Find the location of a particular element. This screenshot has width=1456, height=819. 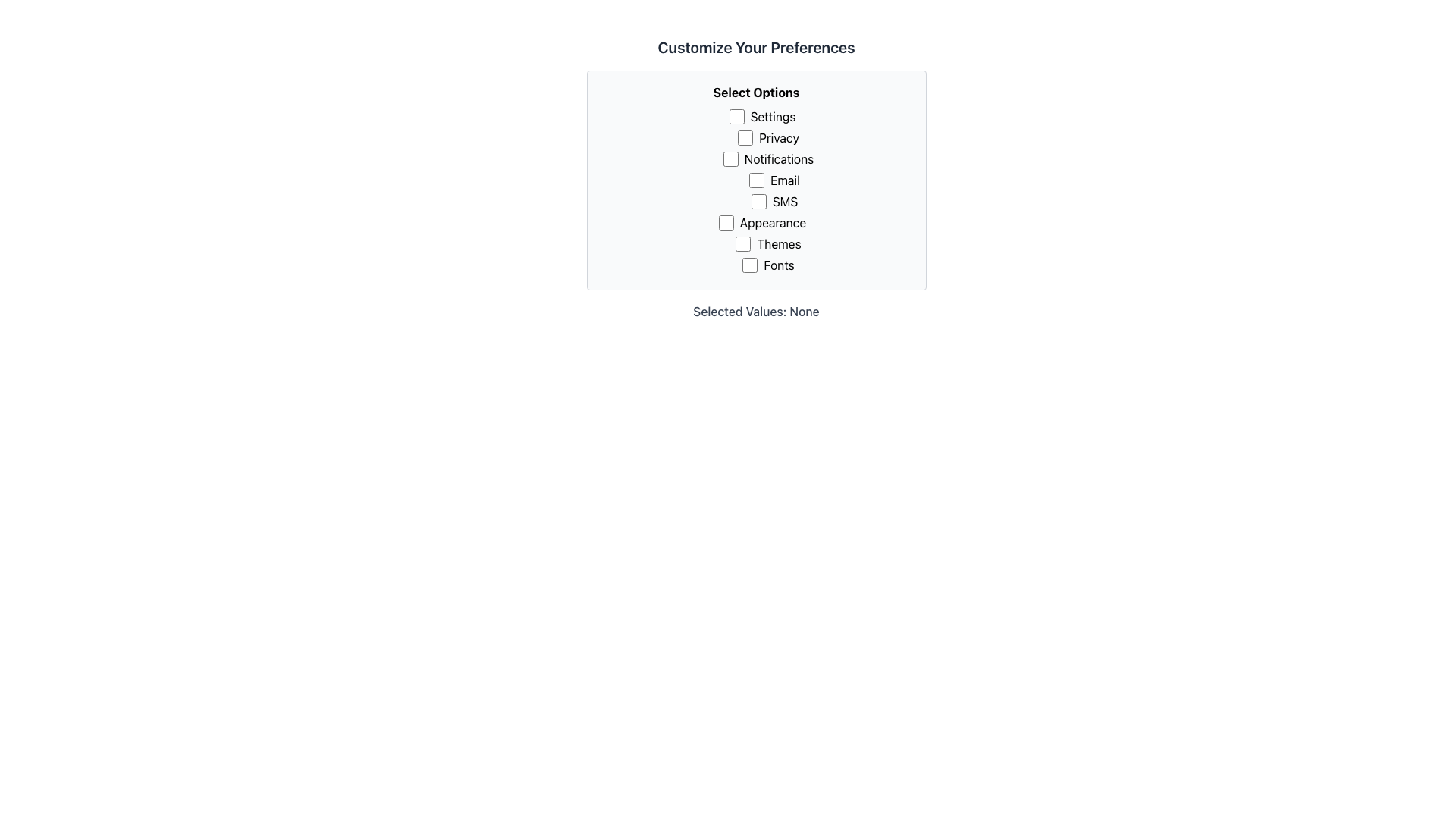

the 'Email' checkbox located is located at coordinates (756, 180).